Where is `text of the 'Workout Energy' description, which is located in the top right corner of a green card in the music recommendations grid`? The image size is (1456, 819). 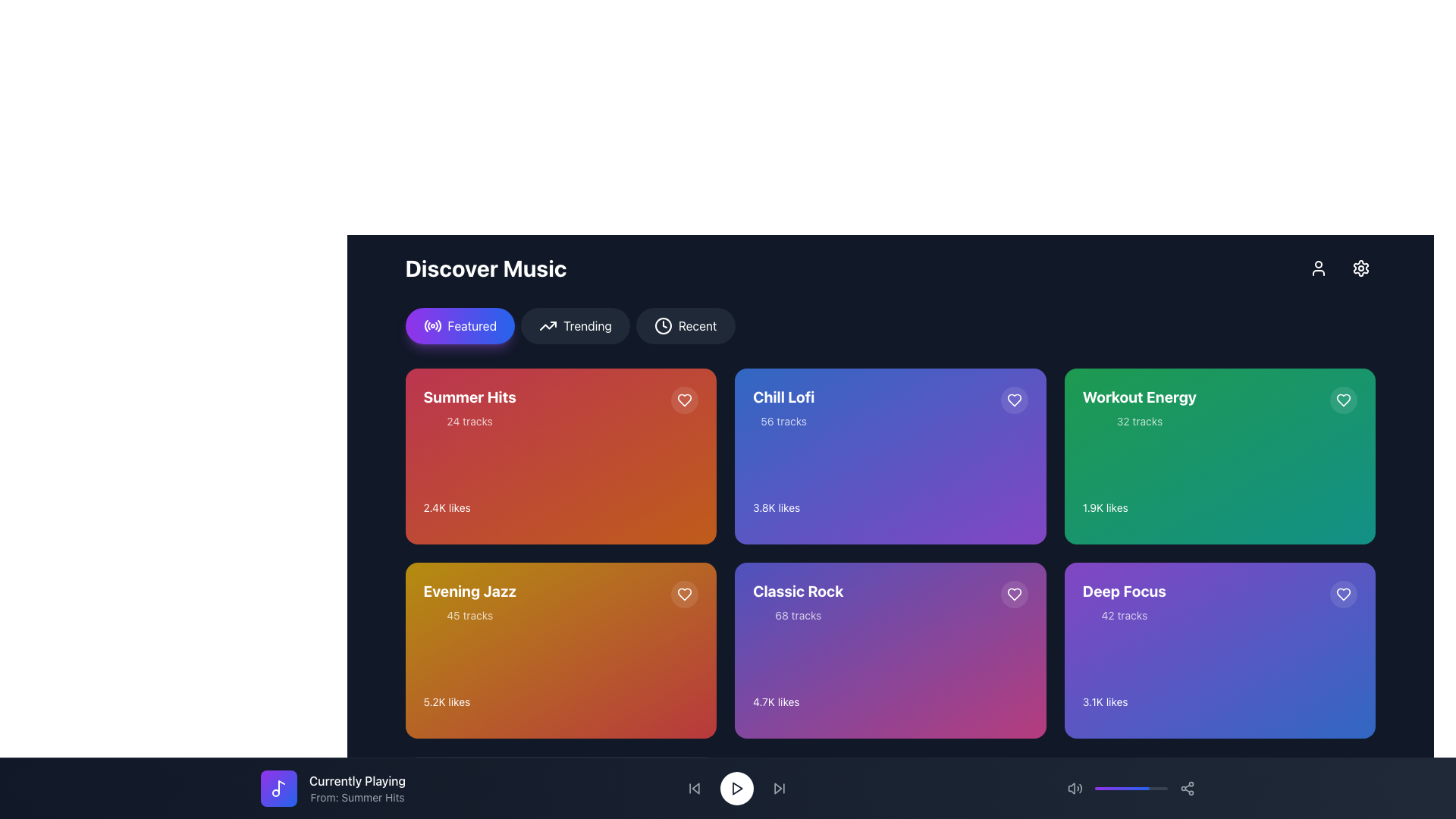
text of the 'Workout Energy' description, which is located in the top right corner of a green card in the music recommendations grid is located at coordinates (1139, 406).